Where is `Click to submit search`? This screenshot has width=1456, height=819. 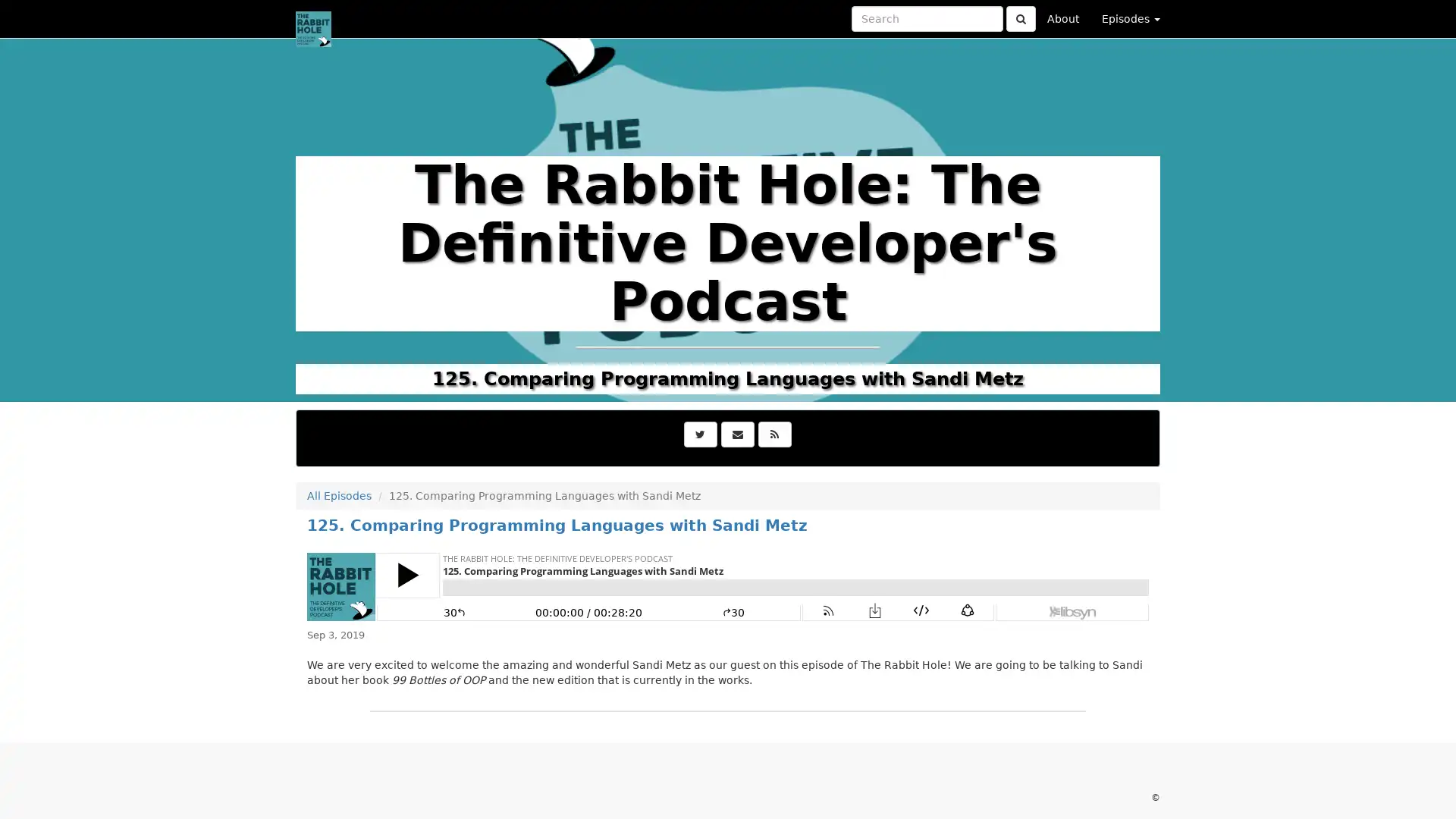 Click to submit search is located at coordinates (1021, 18).